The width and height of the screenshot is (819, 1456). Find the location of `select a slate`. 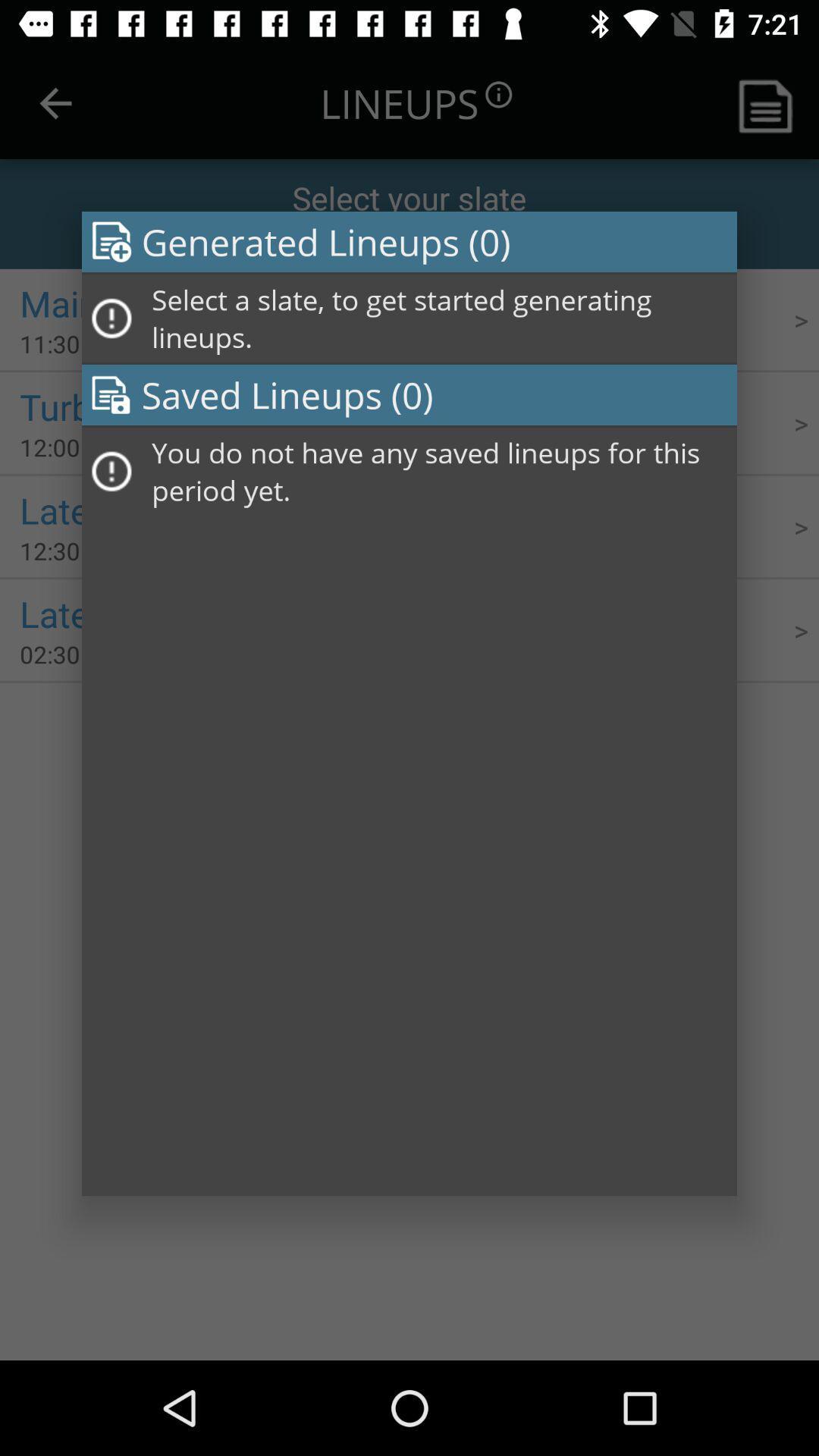

select a slate is located at coordinates (439, 318).